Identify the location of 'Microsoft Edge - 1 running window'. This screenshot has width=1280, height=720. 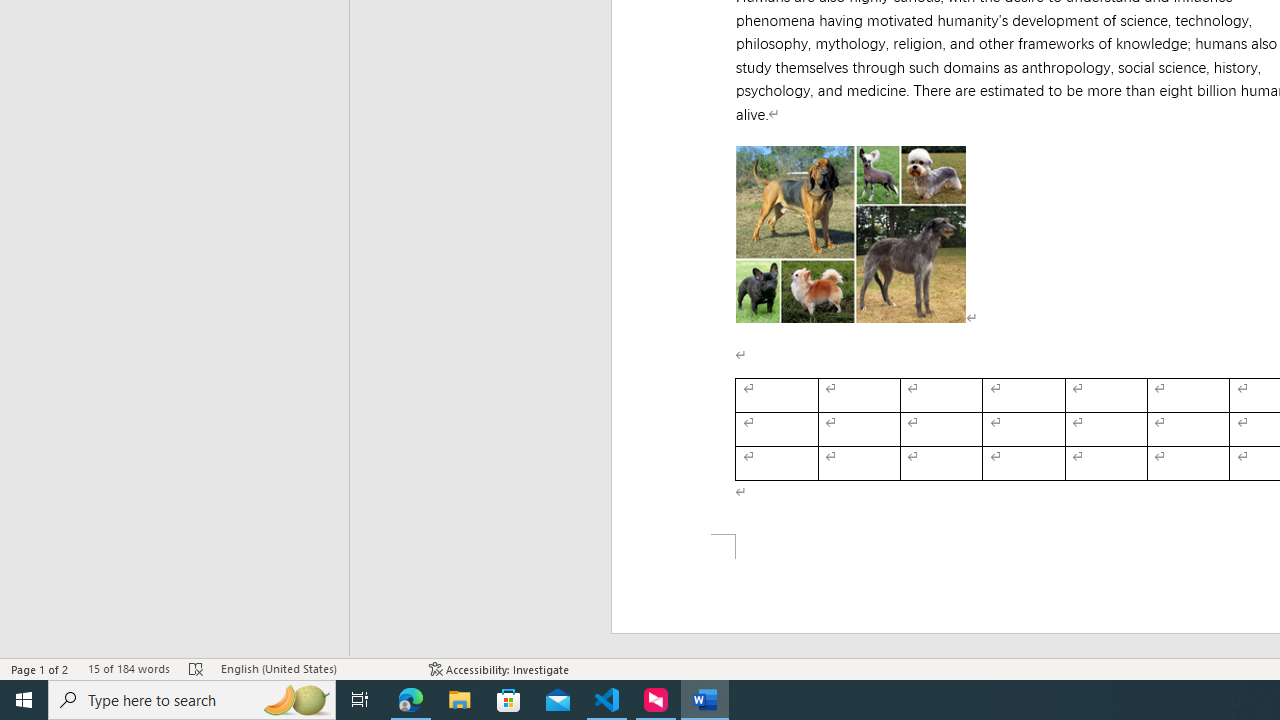
(410, 698).